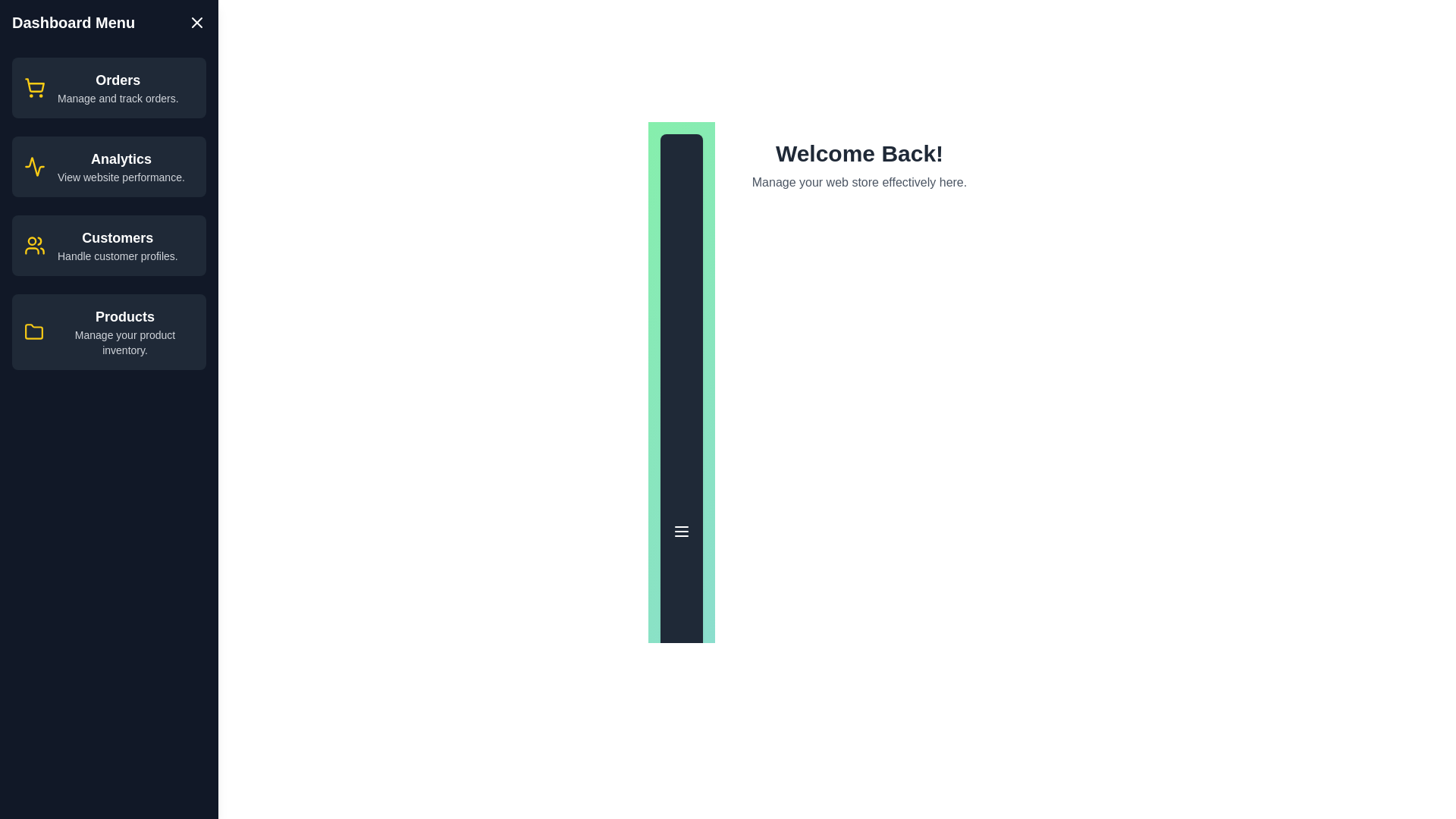 This screenshot has height=819, width=1456. What do you see at coordinates (108, 166) in the screenshot?
I see `the menu item labeled 'Analytics' to view its hover effect` at bounding box center [108, 166].